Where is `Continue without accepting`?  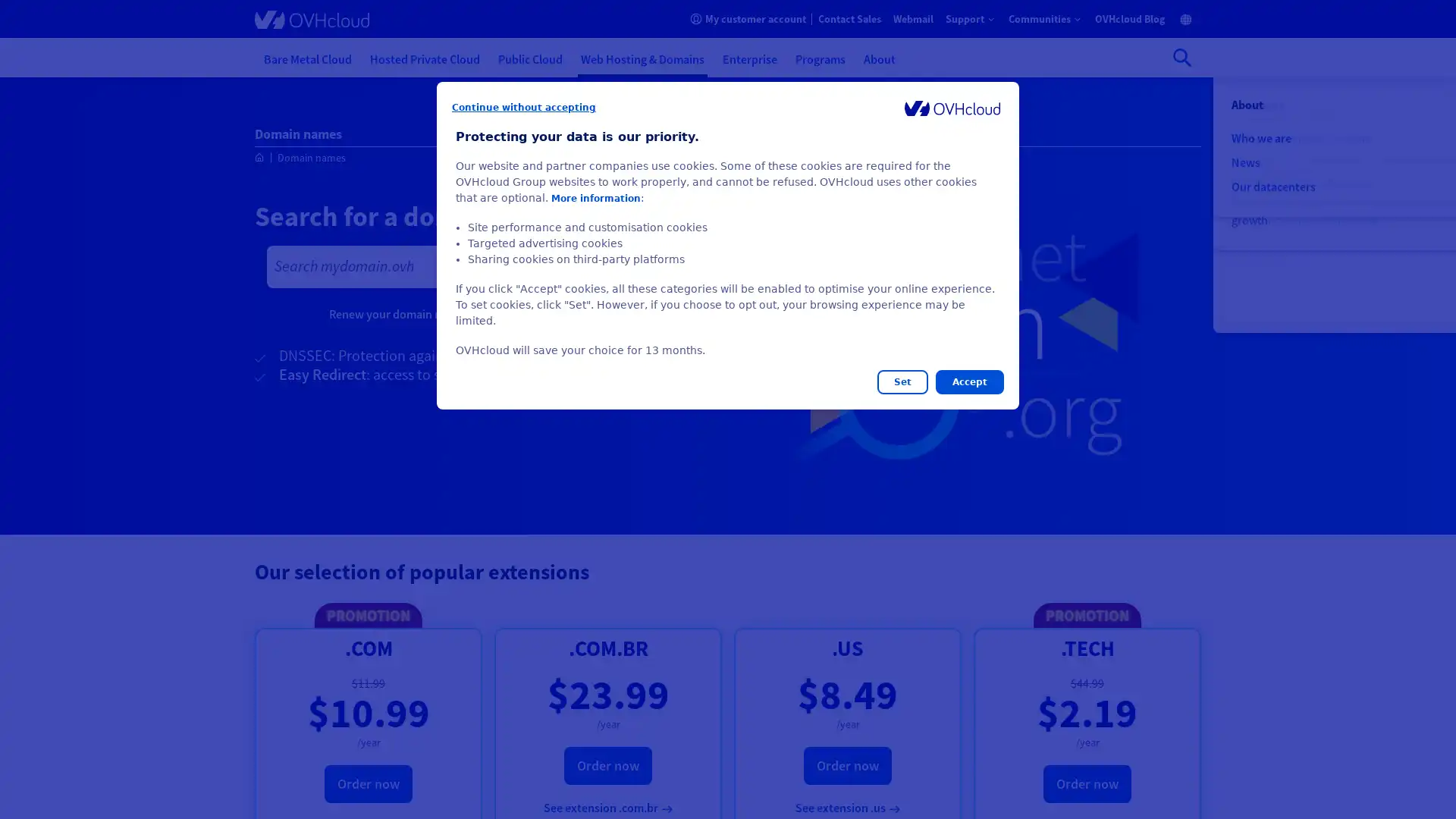 Continue without accepting is located at coordinates (524, 107).